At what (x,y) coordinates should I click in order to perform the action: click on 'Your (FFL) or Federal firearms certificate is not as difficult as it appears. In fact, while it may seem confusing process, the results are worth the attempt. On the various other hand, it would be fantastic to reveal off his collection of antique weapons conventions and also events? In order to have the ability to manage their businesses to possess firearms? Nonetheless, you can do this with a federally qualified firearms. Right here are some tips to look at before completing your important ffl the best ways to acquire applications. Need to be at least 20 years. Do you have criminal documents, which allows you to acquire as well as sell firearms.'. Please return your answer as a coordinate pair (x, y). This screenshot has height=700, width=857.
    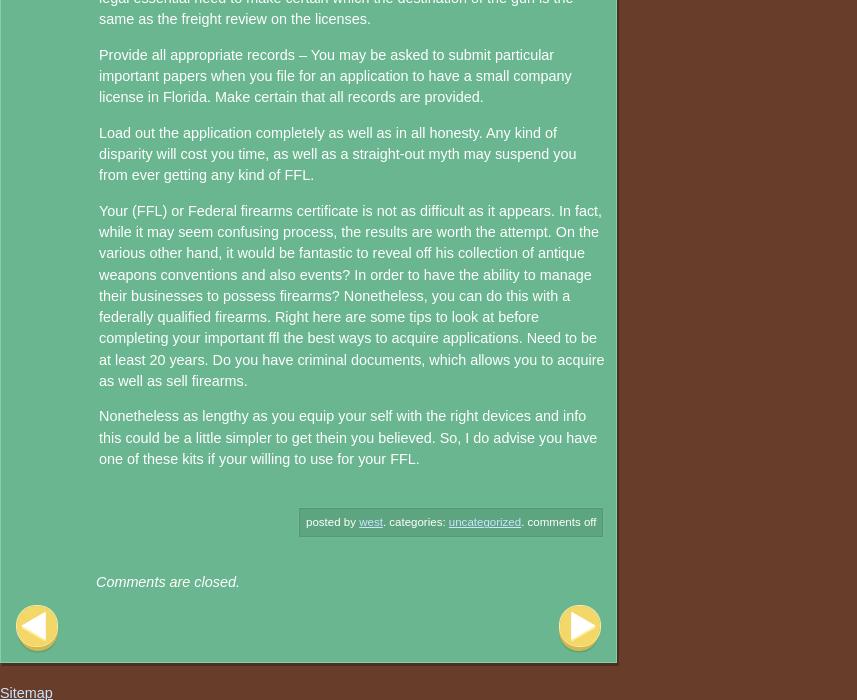
    Looking at the image, I should click on (351, 294).